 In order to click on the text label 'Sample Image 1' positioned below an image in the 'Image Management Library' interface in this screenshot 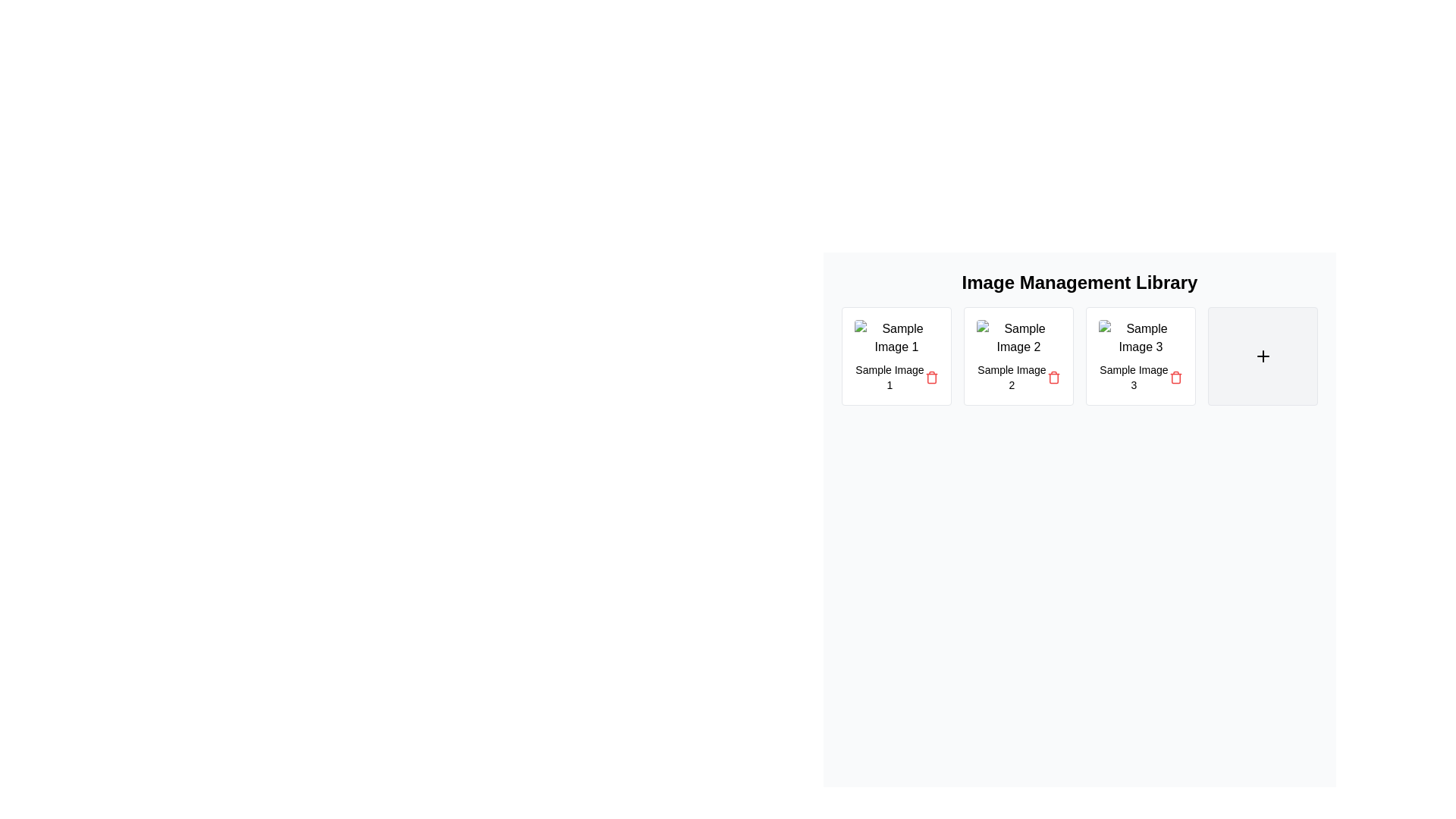, I will do `click(890, 376)`.